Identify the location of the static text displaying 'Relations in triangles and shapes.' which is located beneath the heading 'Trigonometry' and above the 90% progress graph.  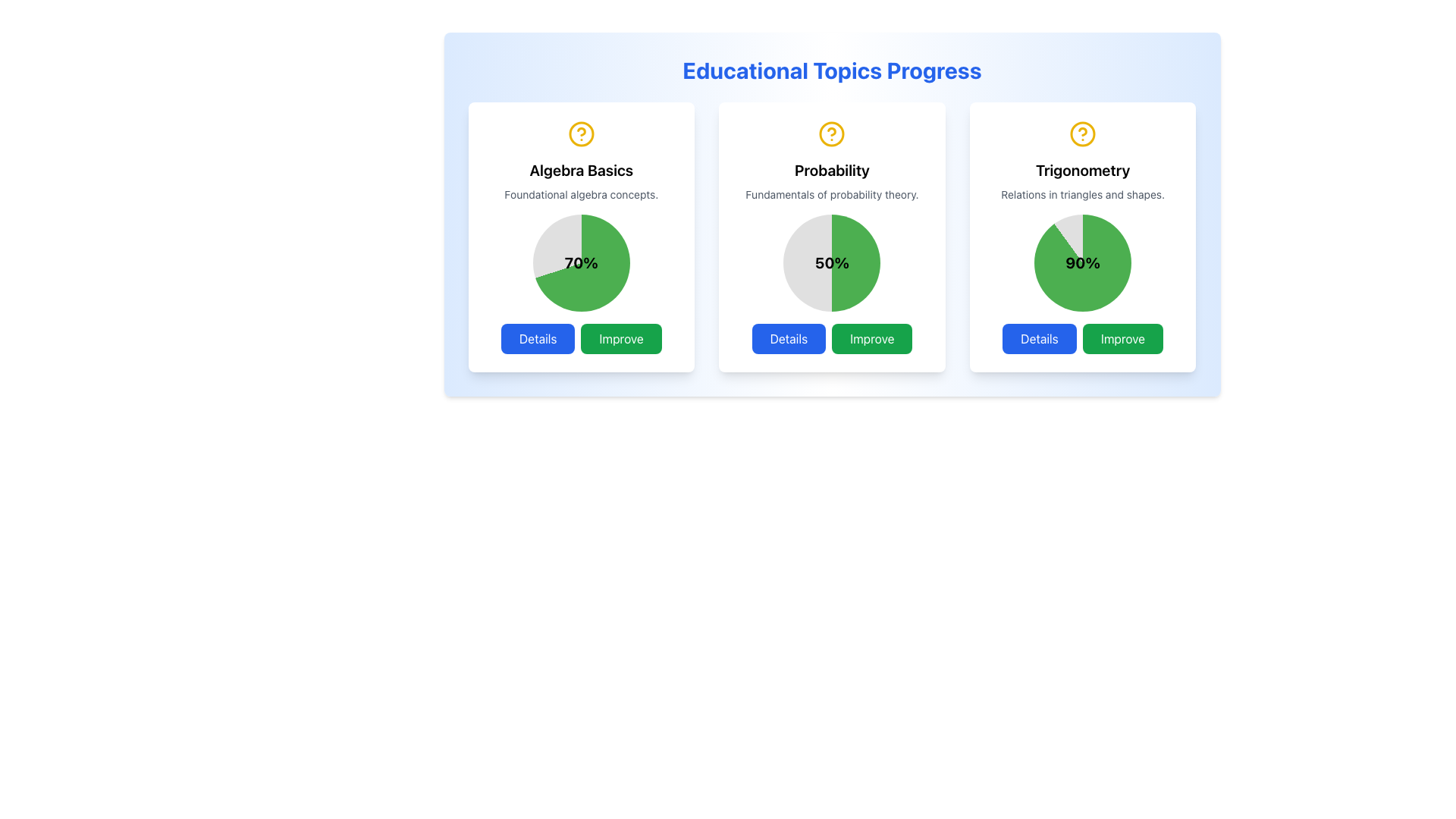
(1082, 194).